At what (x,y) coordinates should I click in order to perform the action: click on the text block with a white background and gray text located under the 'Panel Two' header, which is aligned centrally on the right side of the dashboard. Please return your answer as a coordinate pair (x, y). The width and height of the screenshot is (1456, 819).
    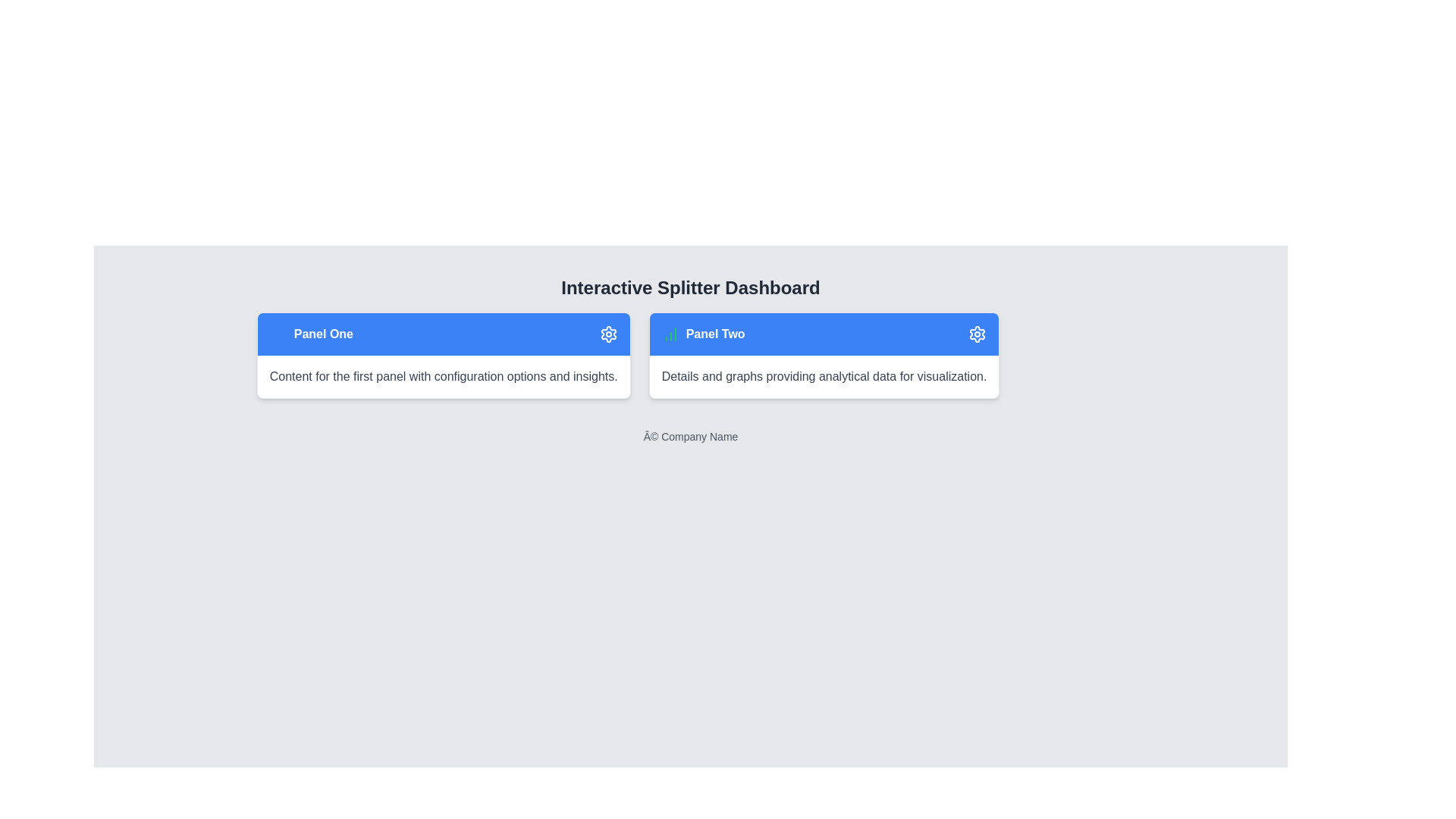
    Looking at the image, I should click on (824, 376).